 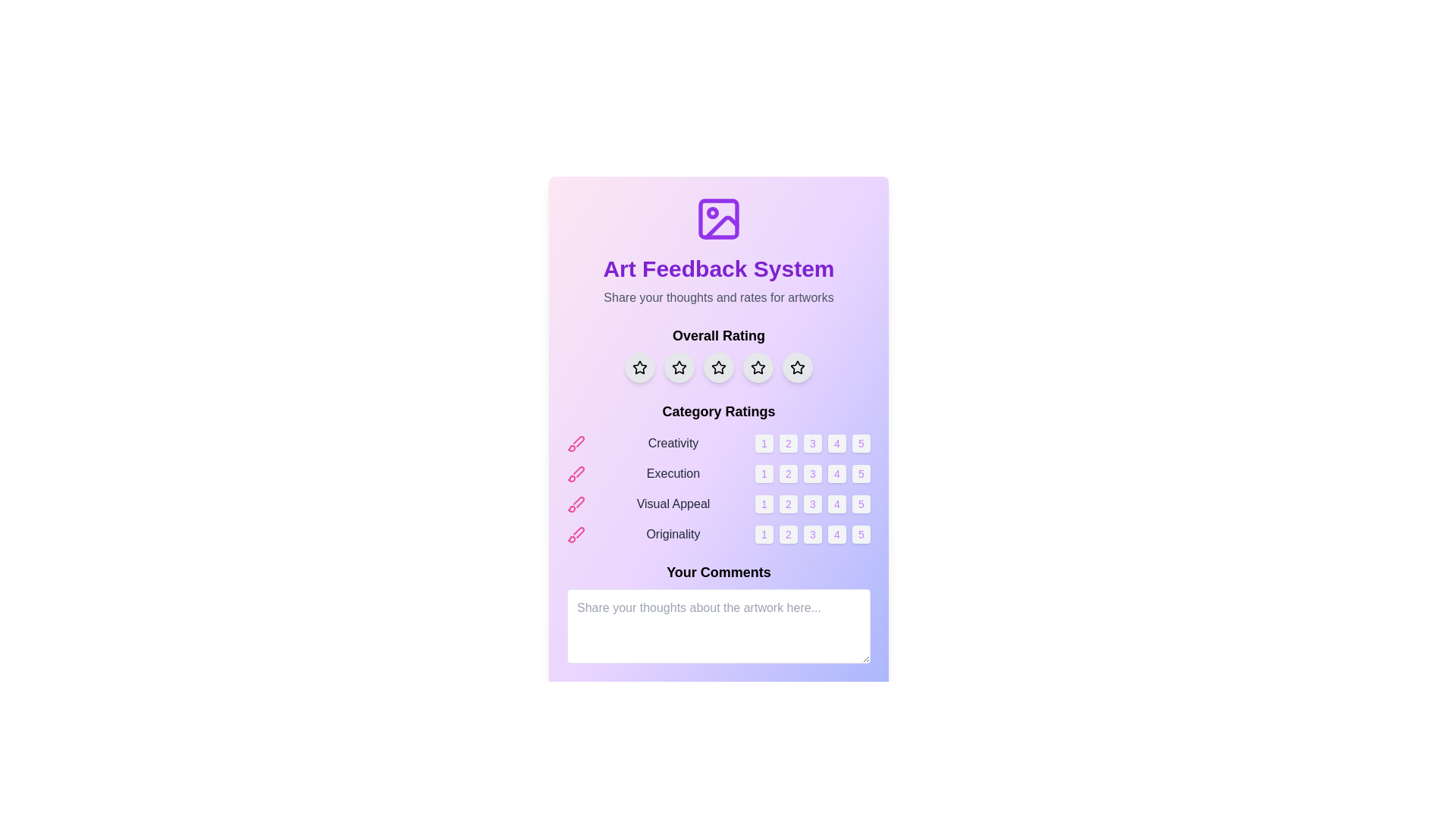 What do you see at coordinates (811, 444) in the screenshot?
I see `the small circular button labeled '3', which is the third button in a horizontal row under the 'Category Ratings' section, to observe its hover effect` at bounding box center [811, 444].